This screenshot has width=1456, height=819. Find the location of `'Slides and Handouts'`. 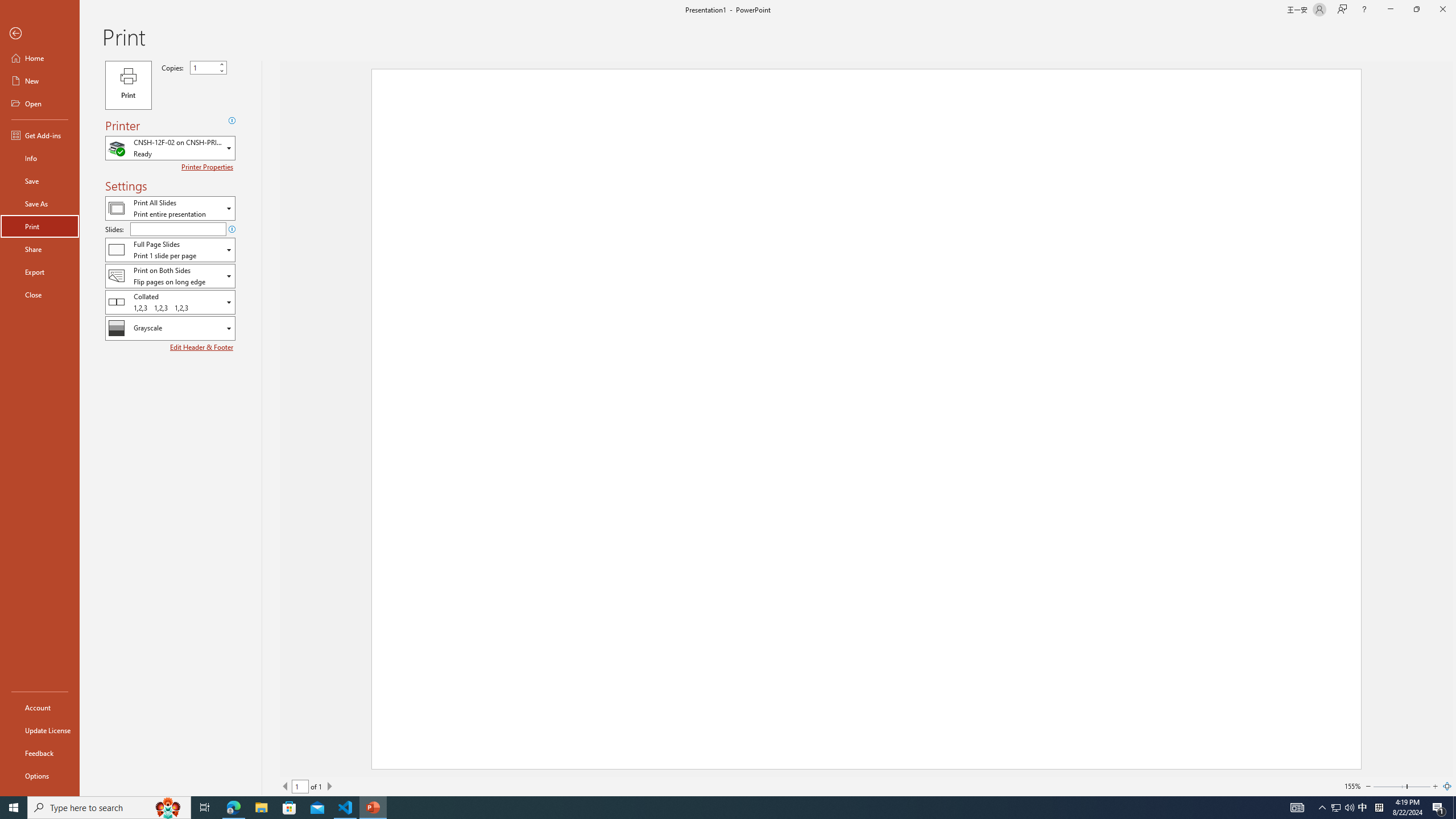

'Slides and Handouts' is located at coordinates (169, 249).